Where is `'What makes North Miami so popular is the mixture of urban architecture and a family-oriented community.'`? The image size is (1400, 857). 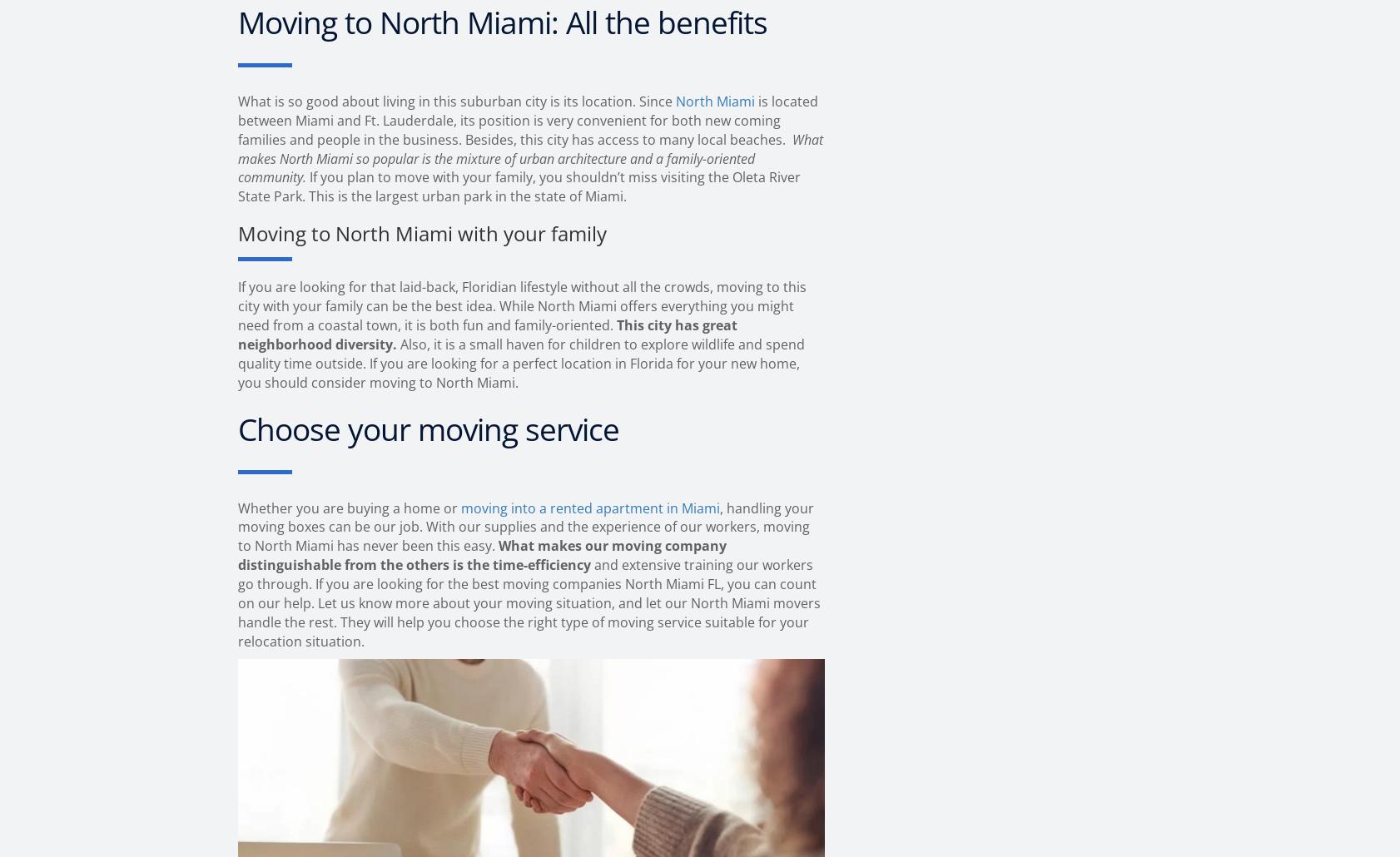
'What makes North Miami so popular is the mixture of urban architecture and a family-oriented community.' is located at coordinates (530, 158).